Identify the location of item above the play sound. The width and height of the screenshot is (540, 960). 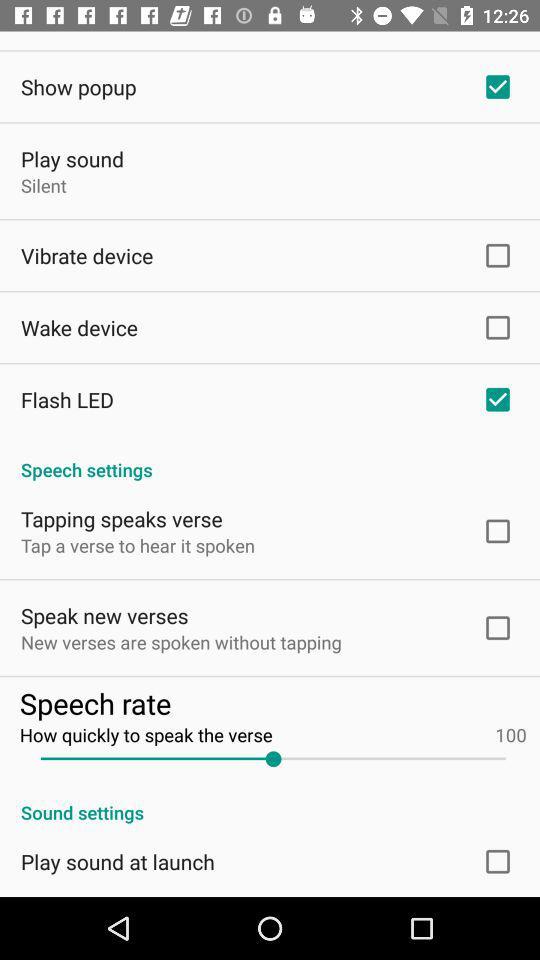
(77, 86).